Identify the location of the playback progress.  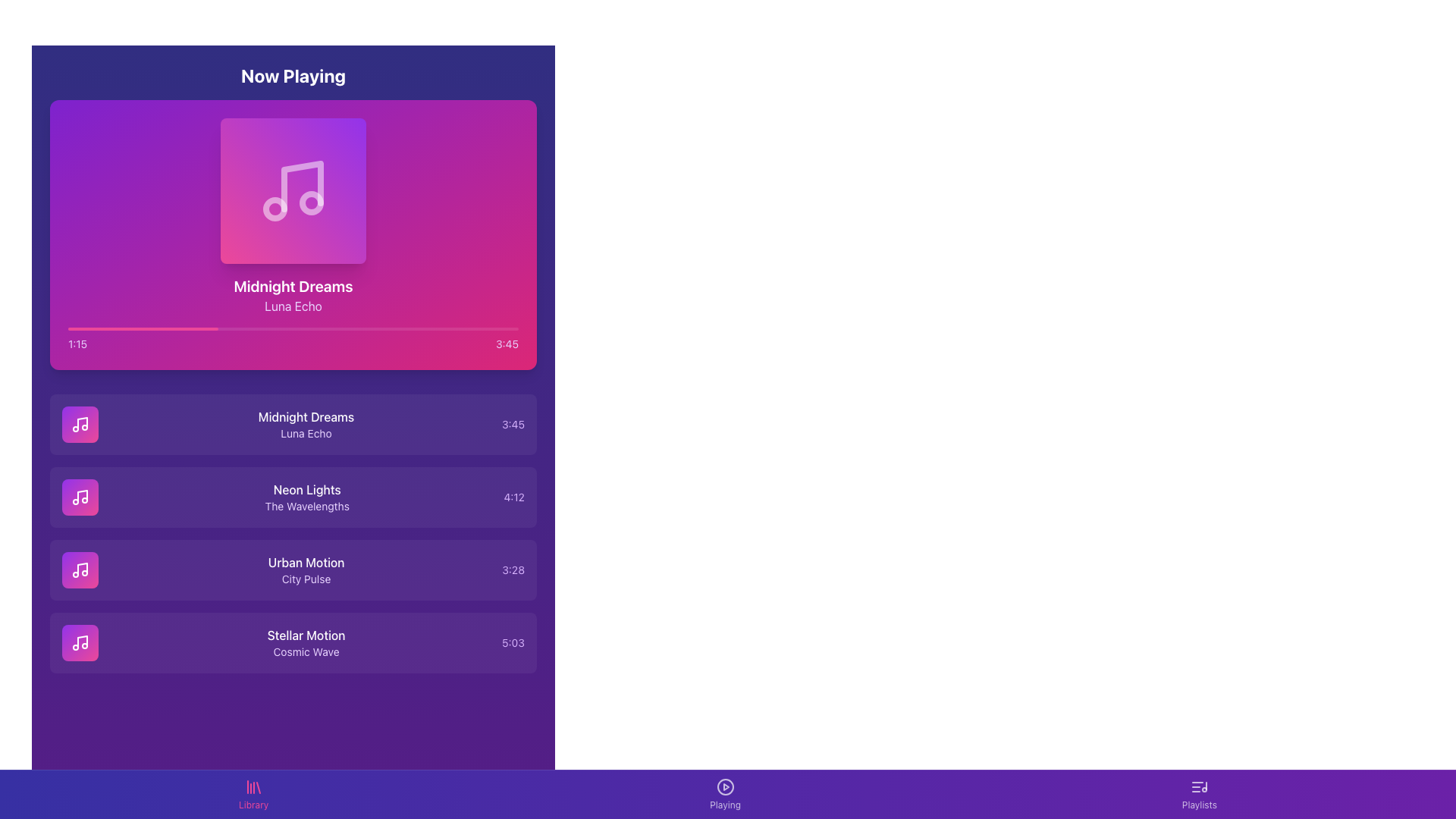
(502, 328).